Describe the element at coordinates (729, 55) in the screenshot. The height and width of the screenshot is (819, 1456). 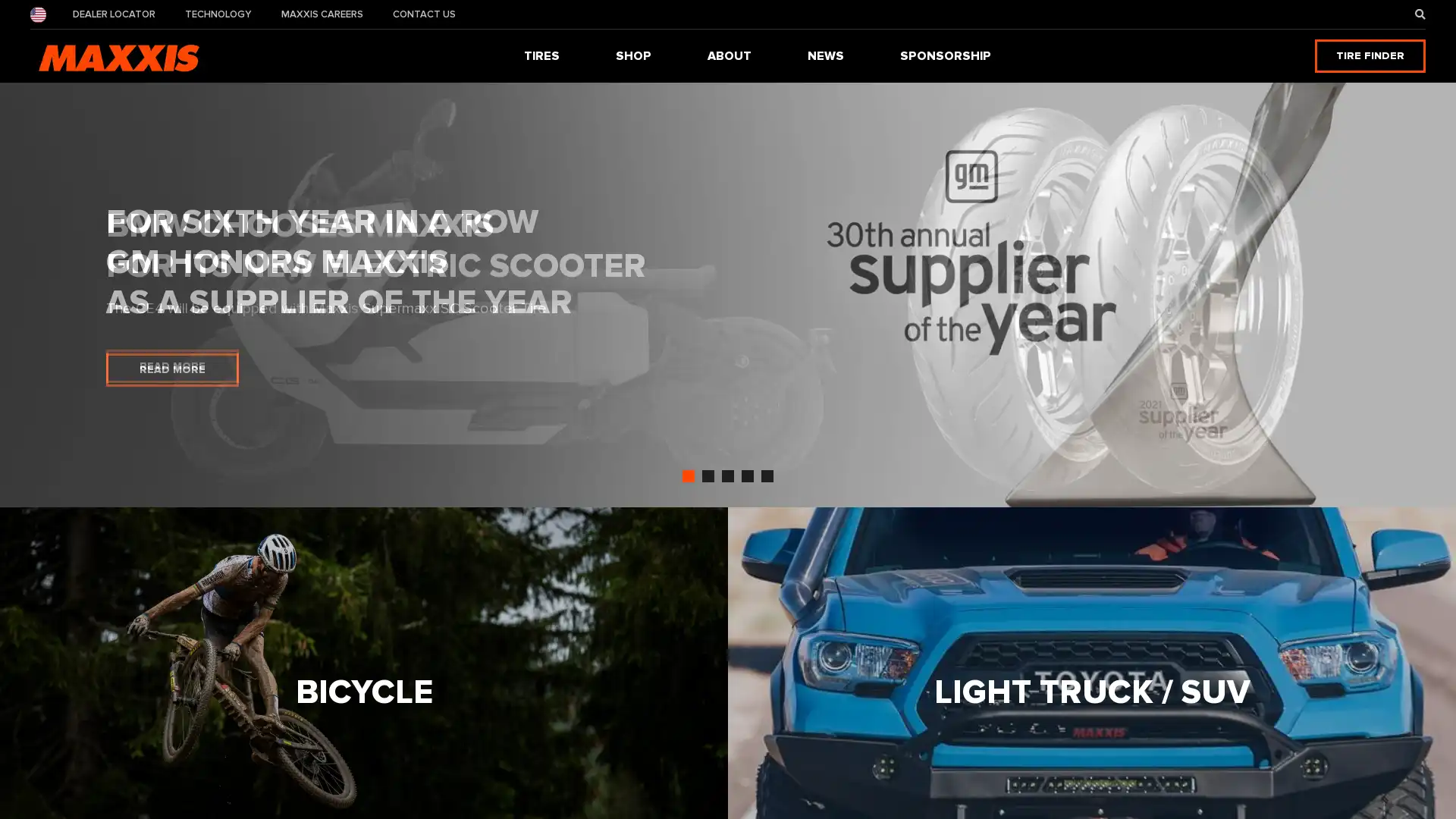
I see `ABOUT` at that location.